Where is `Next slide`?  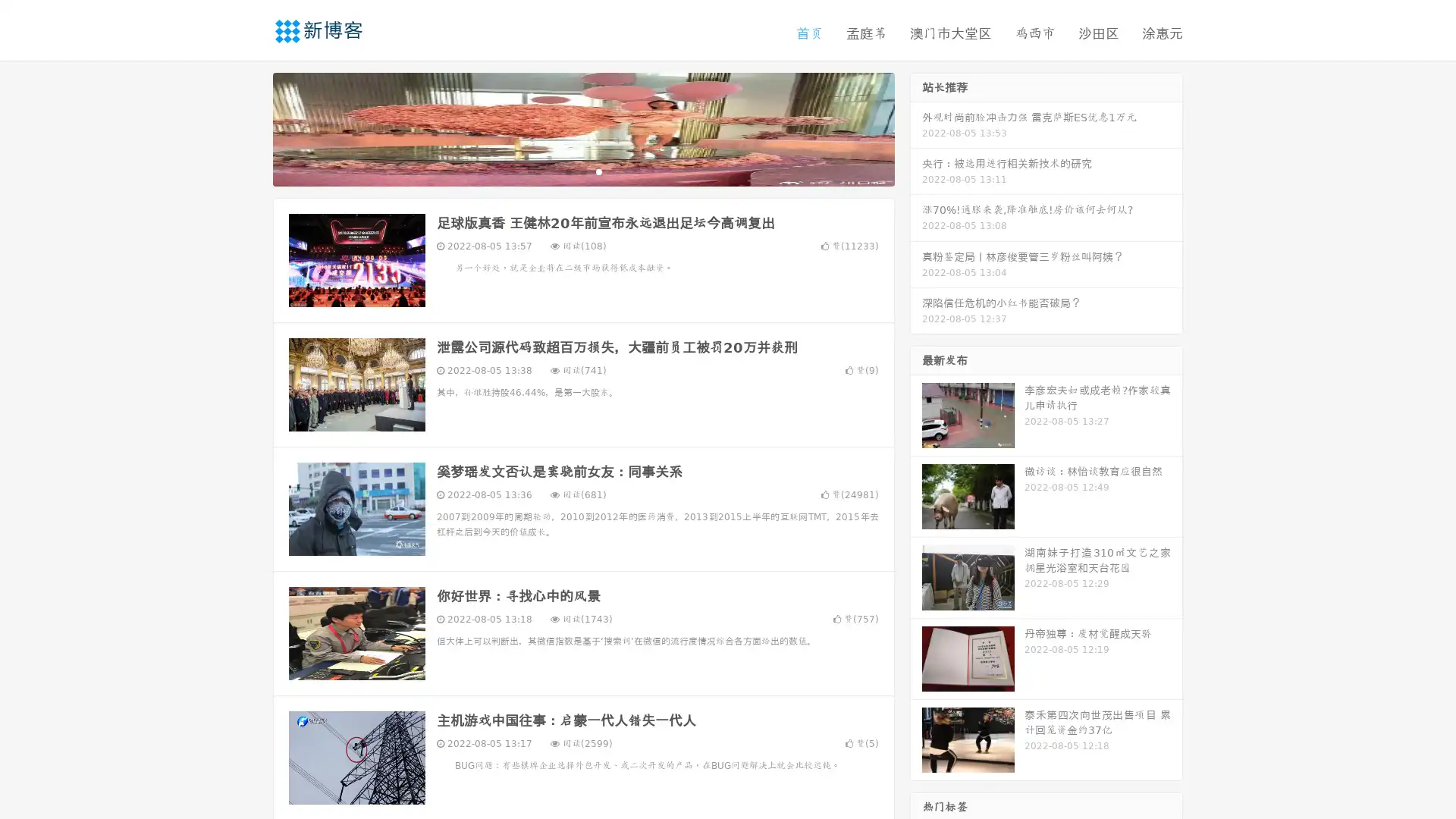 Next slide is located at coordinates (916, 127).